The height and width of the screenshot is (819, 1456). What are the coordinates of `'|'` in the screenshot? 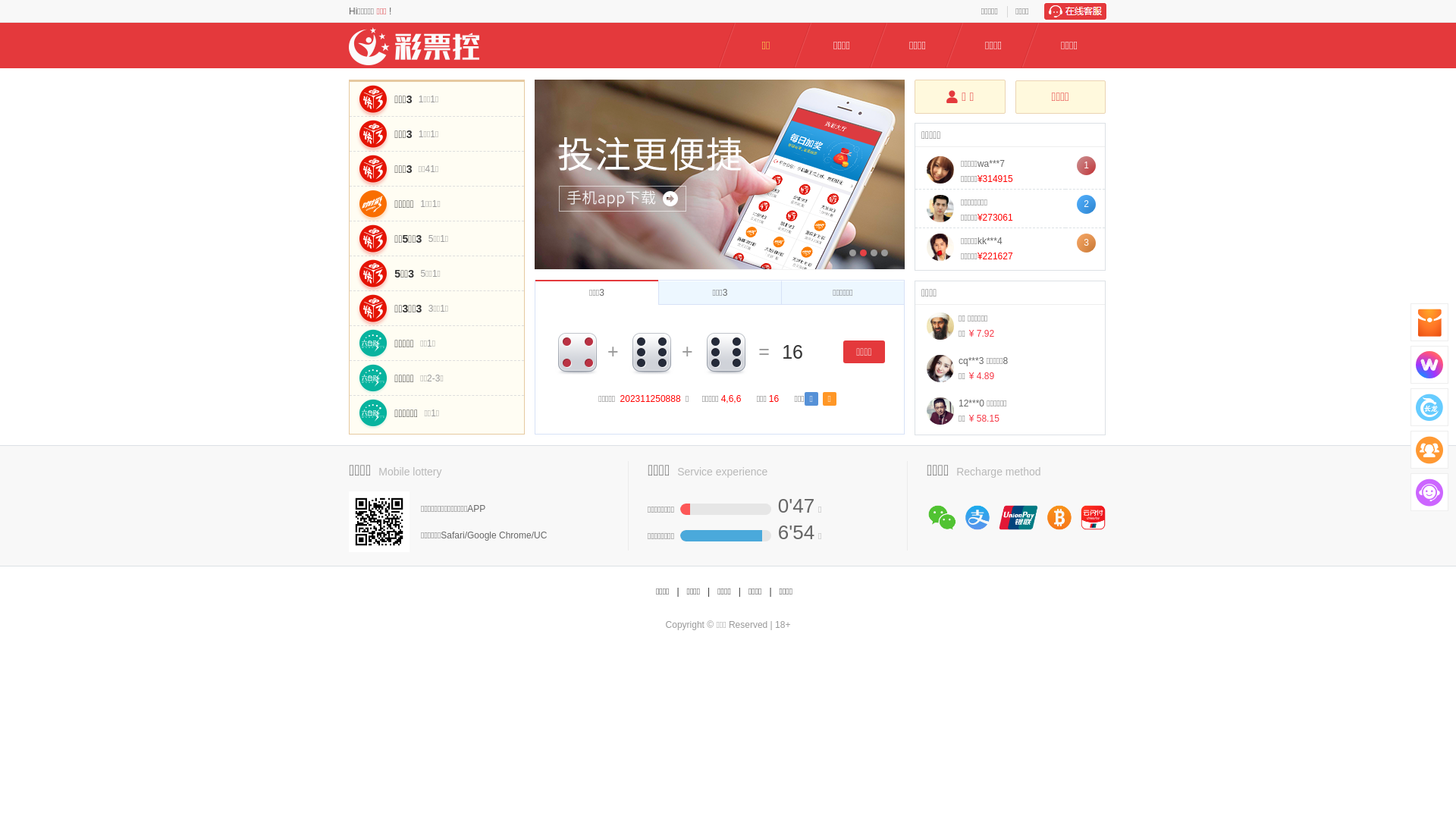 It's located at (768, 591).